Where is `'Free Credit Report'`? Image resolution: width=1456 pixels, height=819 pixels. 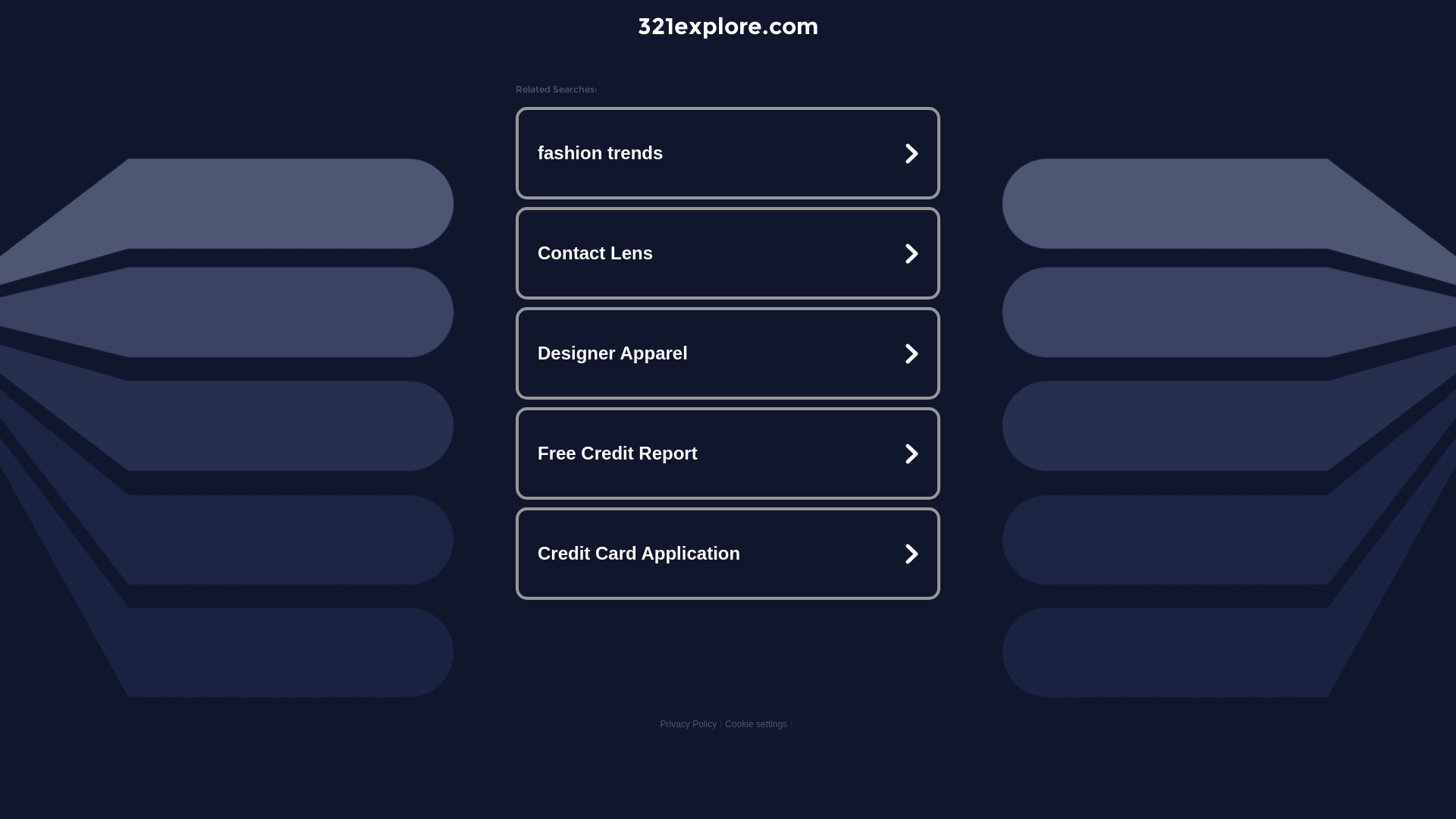 'Free Credit Report' is located at coordinates (728, 452).